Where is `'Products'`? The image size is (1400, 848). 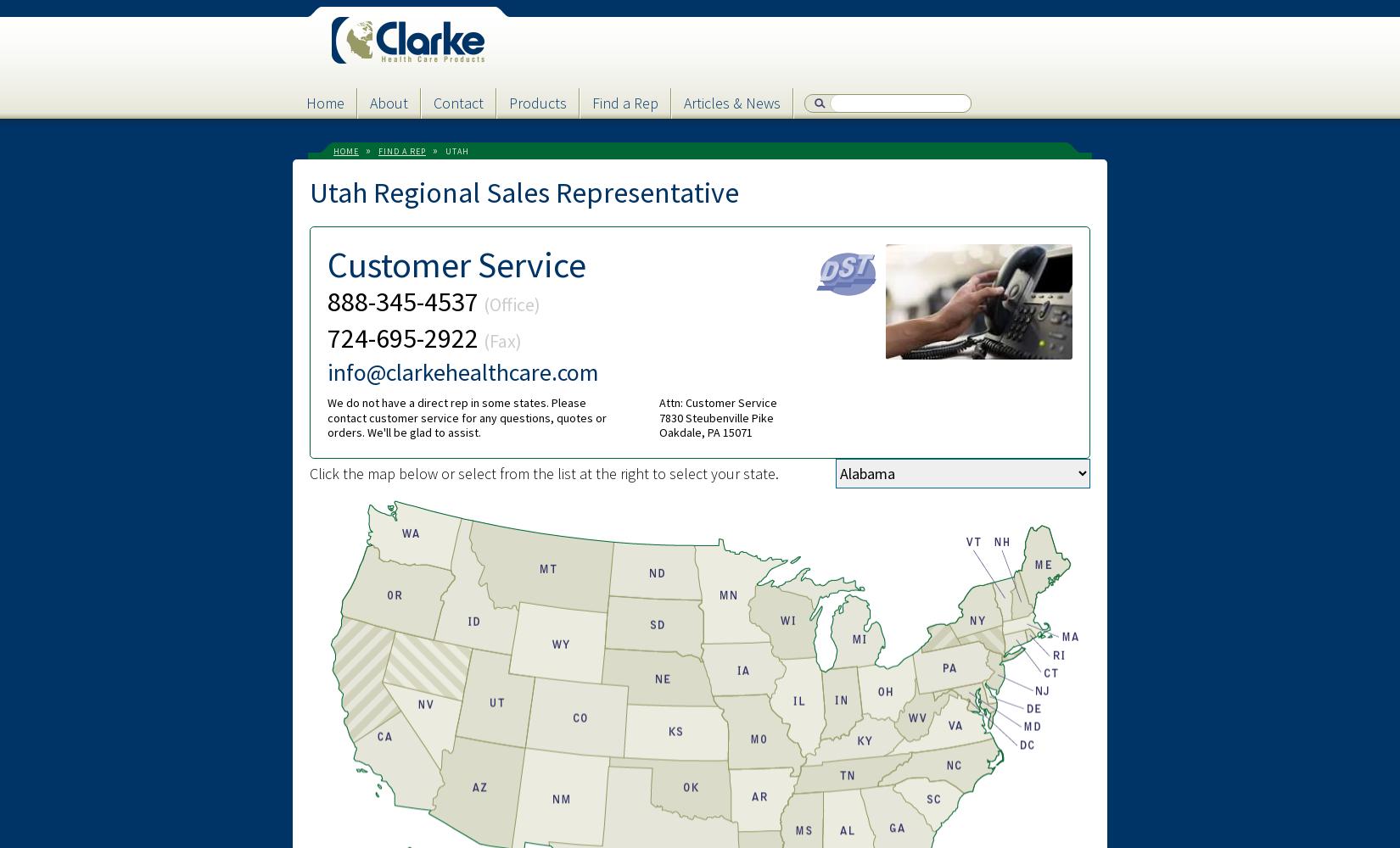 'Products' is located at coordinates (536, 102).